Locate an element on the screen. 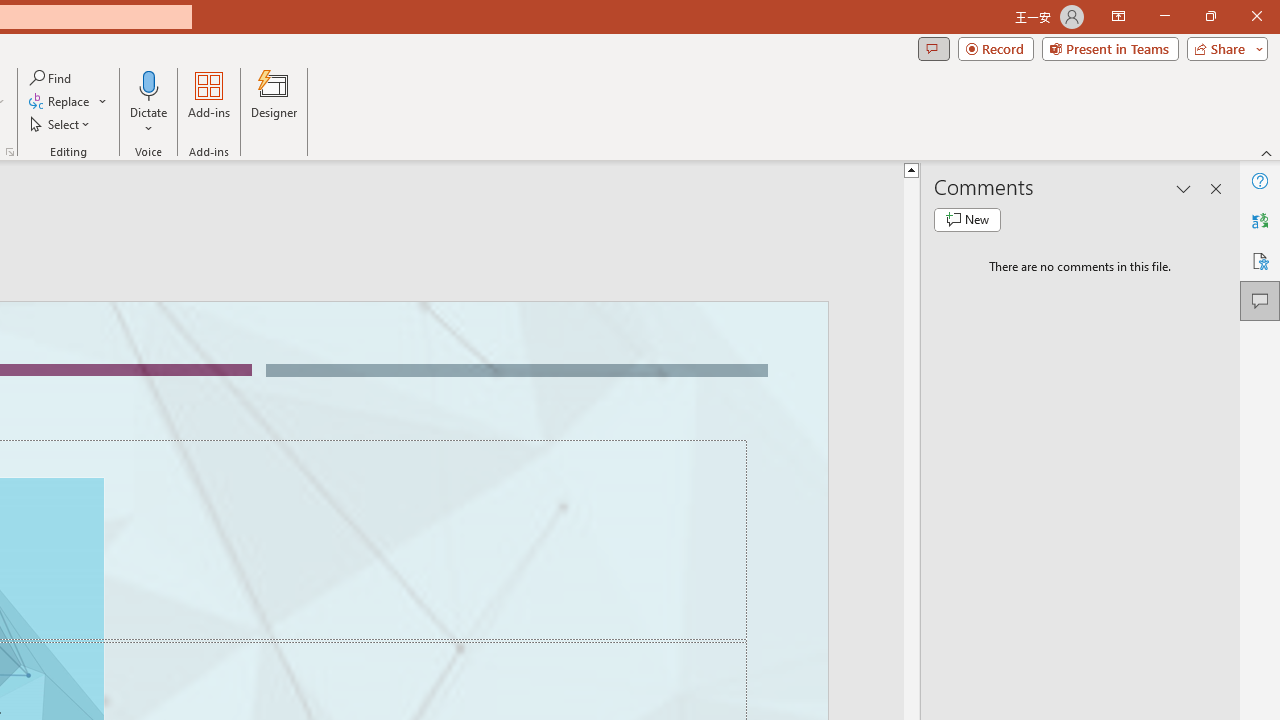 Image resolution: width=1280 pixels, height=720 pixels. 'Restore Down' is located at coordinates (1209, 16).